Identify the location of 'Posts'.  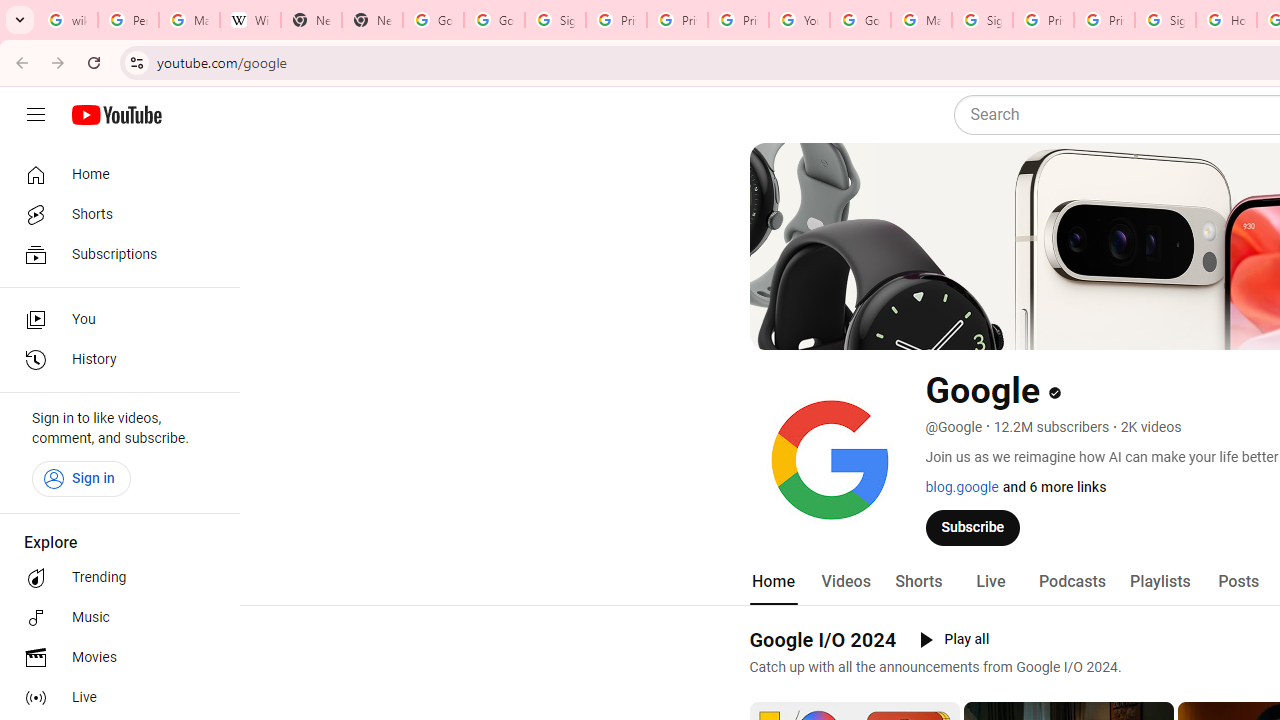
(1237, 581).